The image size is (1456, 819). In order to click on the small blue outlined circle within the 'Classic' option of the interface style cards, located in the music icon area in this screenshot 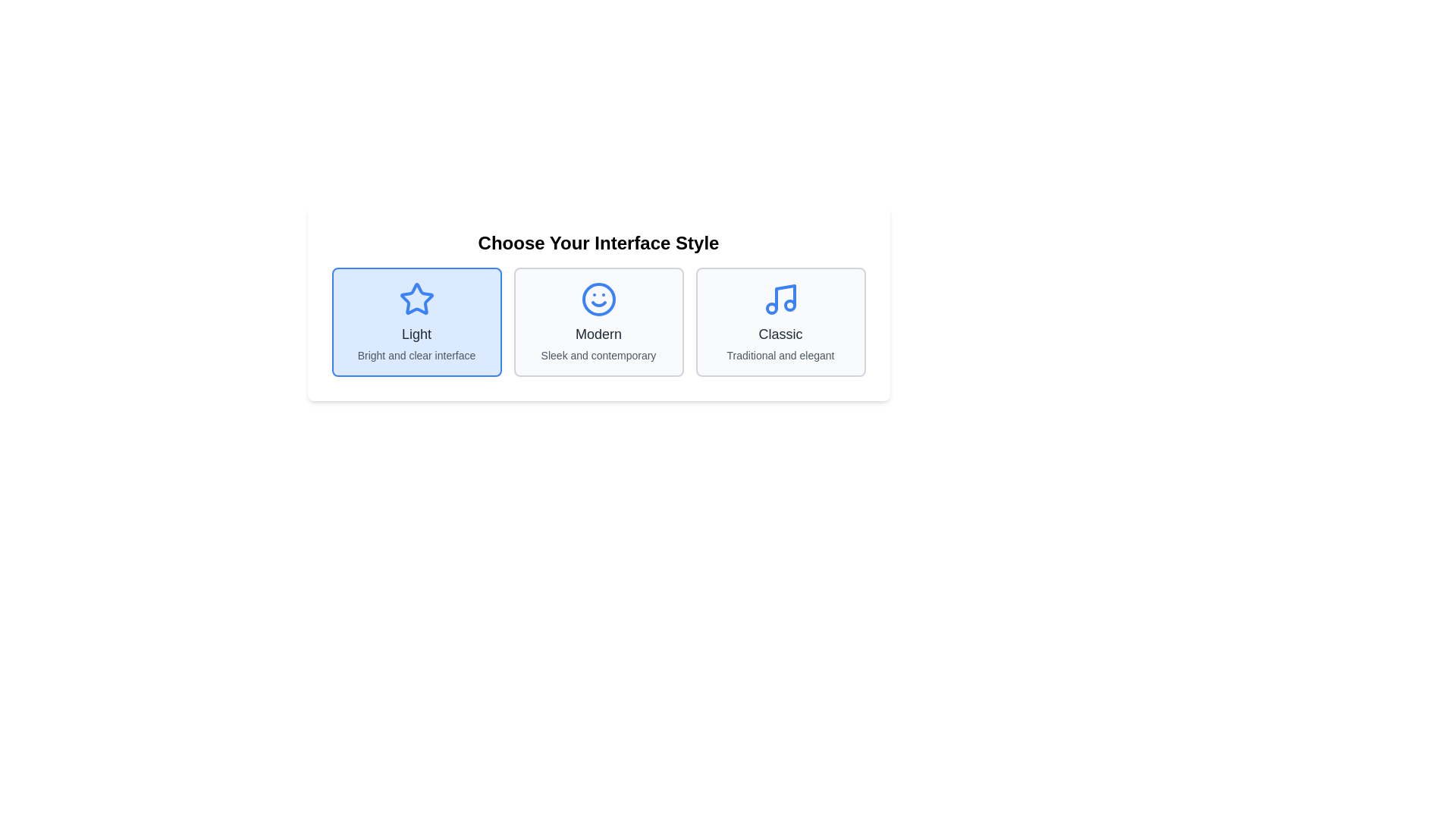, I will do `click(771, 308)`.